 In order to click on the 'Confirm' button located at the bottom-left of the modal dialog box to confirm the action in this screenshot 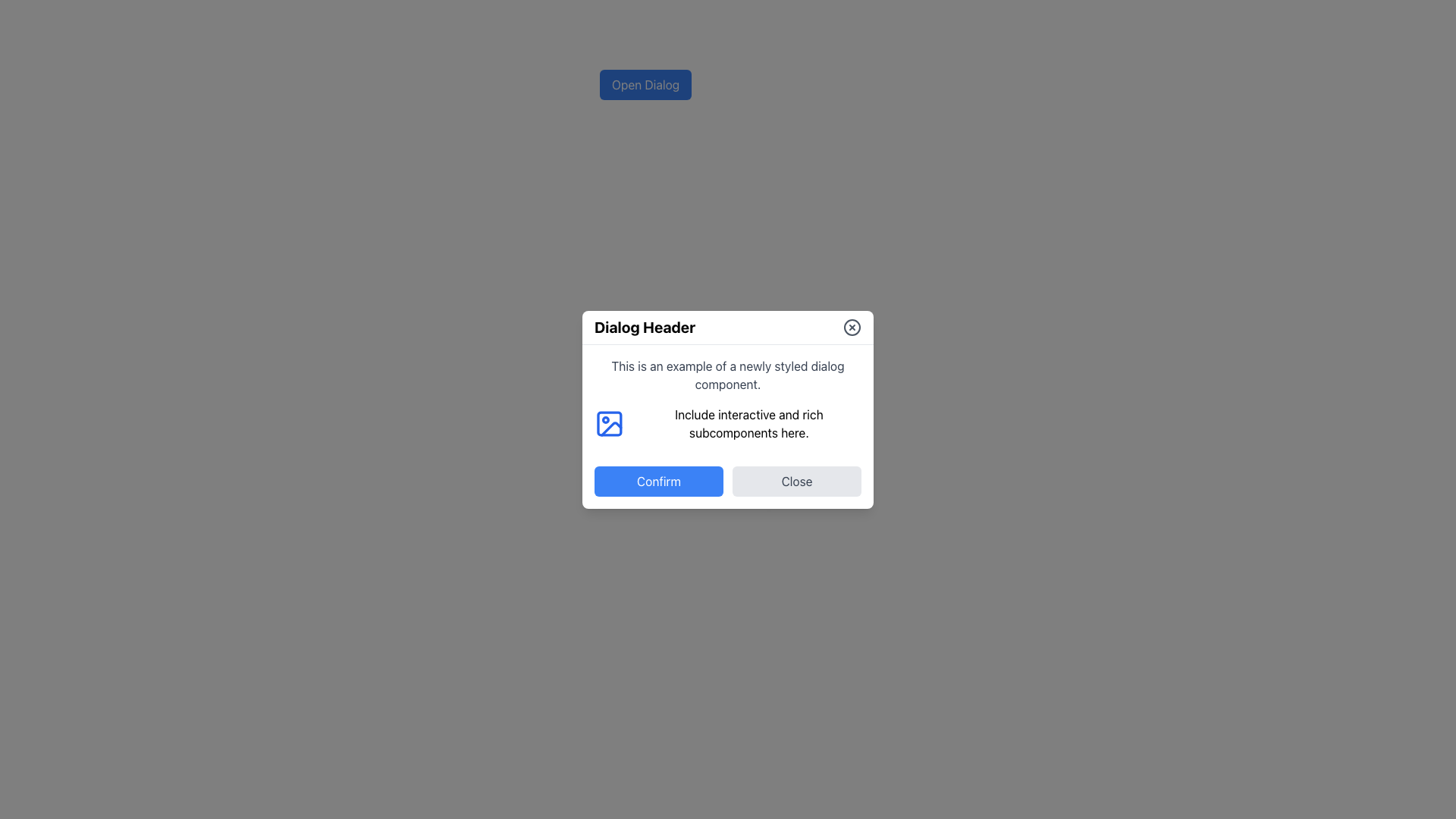, I will do `click(658, 481)`.